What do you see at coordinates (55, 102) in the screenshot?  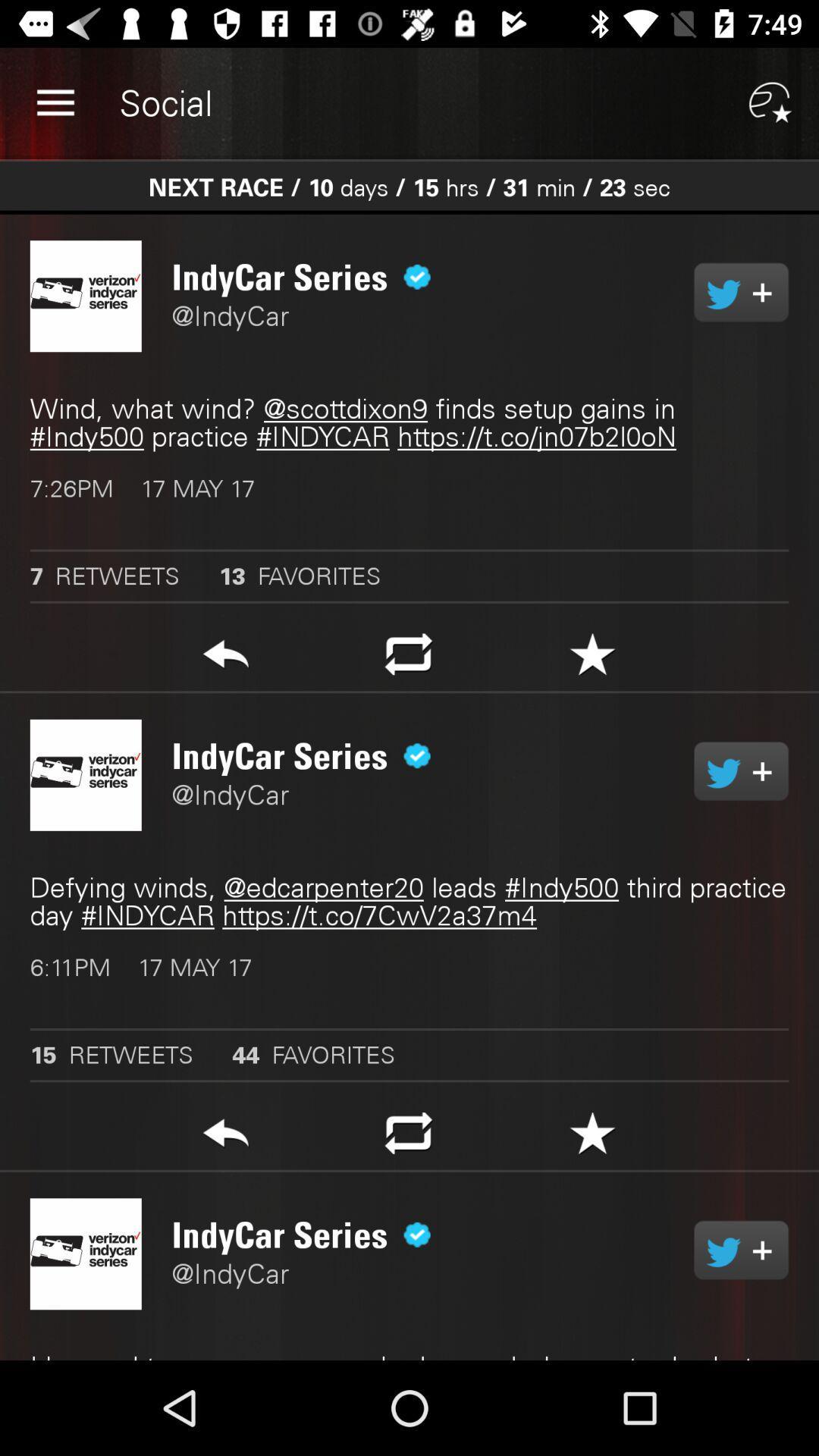 I see `the item next to the social app` at bounding box center [55, 102].